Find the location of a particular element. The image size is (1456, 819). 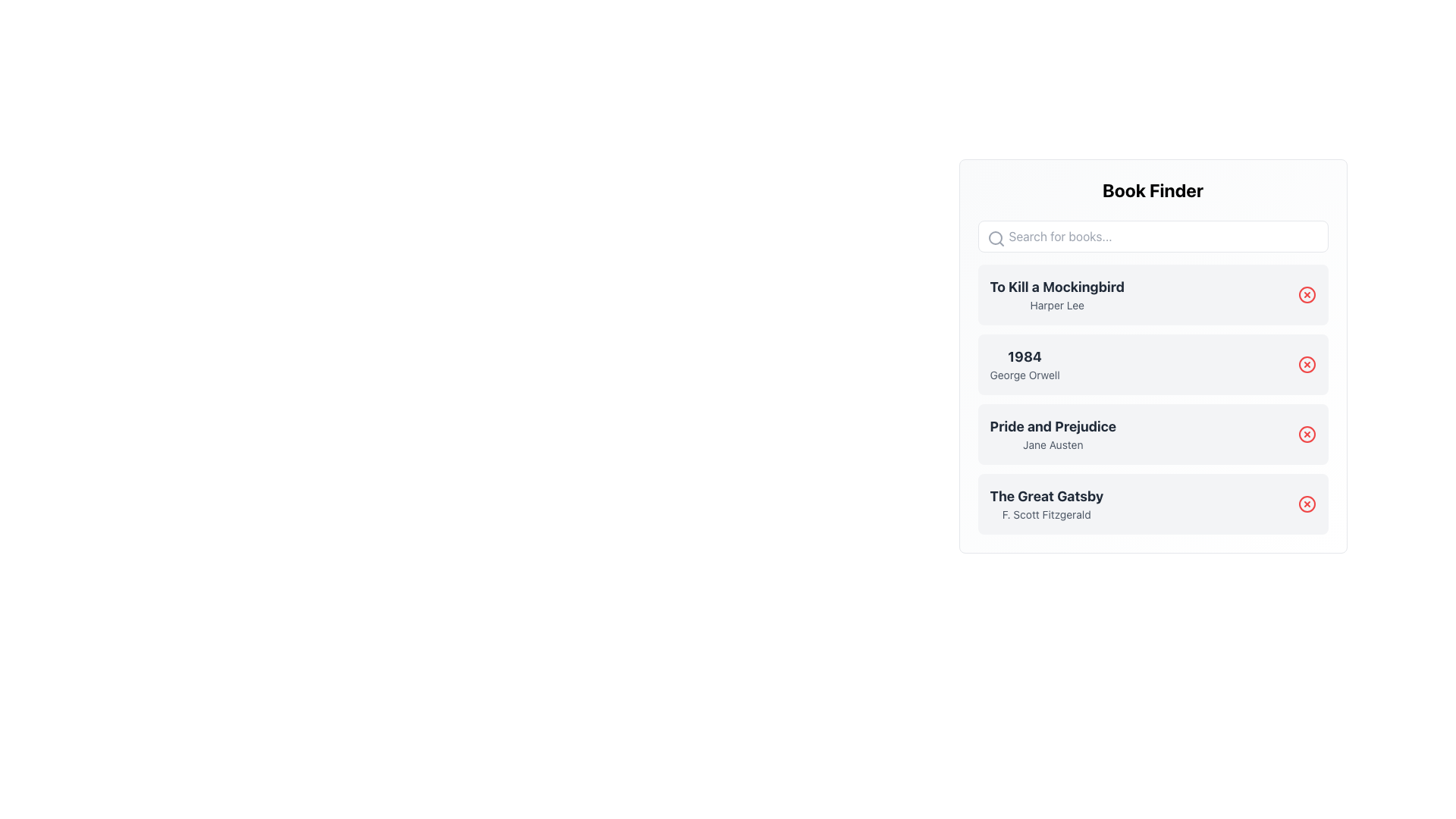

the static text label that identifies the author of the book '1984', located directly below the title text and centered in the 'Book Finder' panel is located at coordinates (1025, 375).